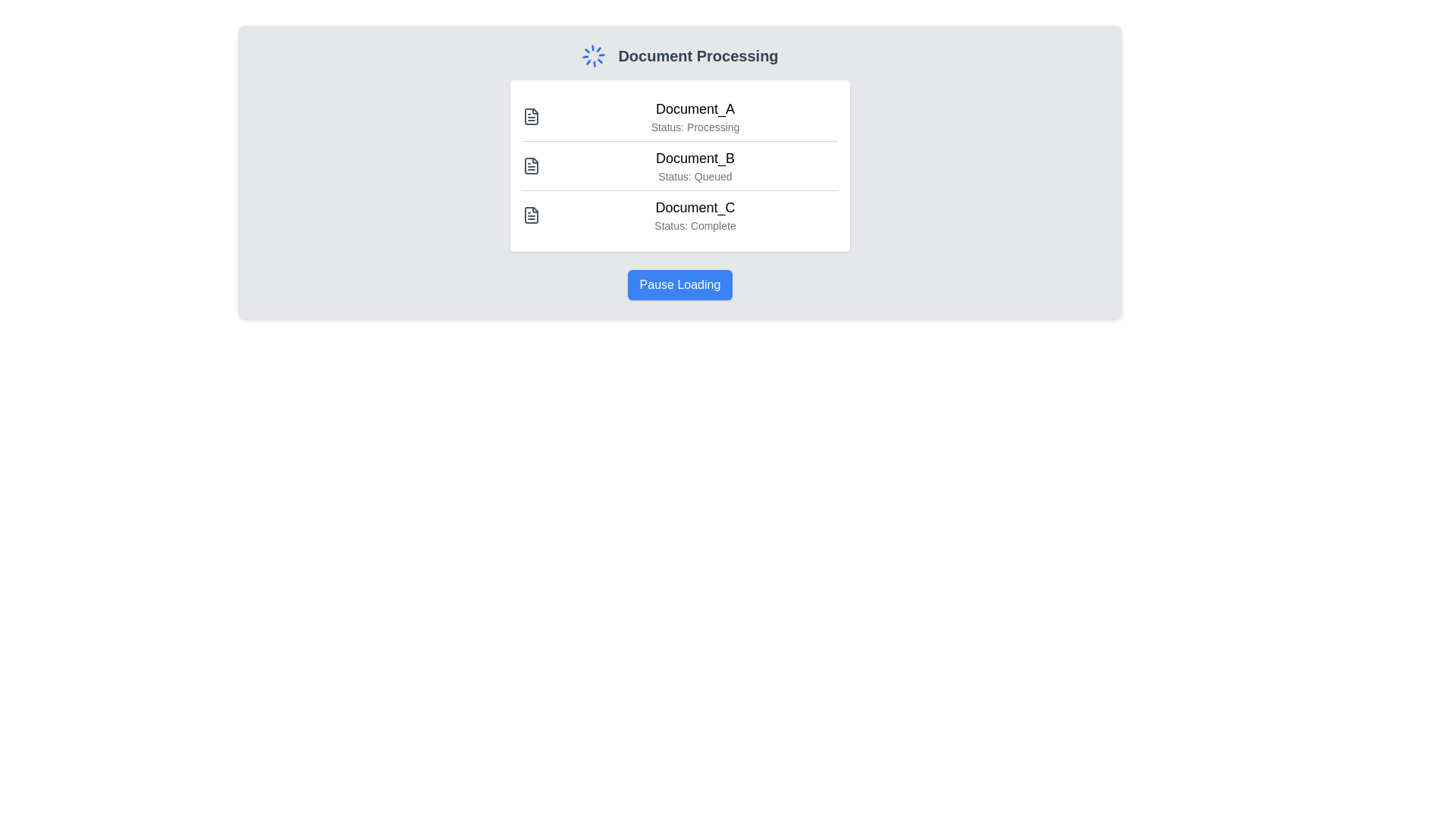 Image resolution: width=1456 pixels, height=819 pixels. What do you see at coordinates (694, 158) in the screenshot?
I see `the static text label that displays 'Document_B', which is the second document in a vertical list of three documents in the 'Document Processing' interface` at bounding box center [694, 158].